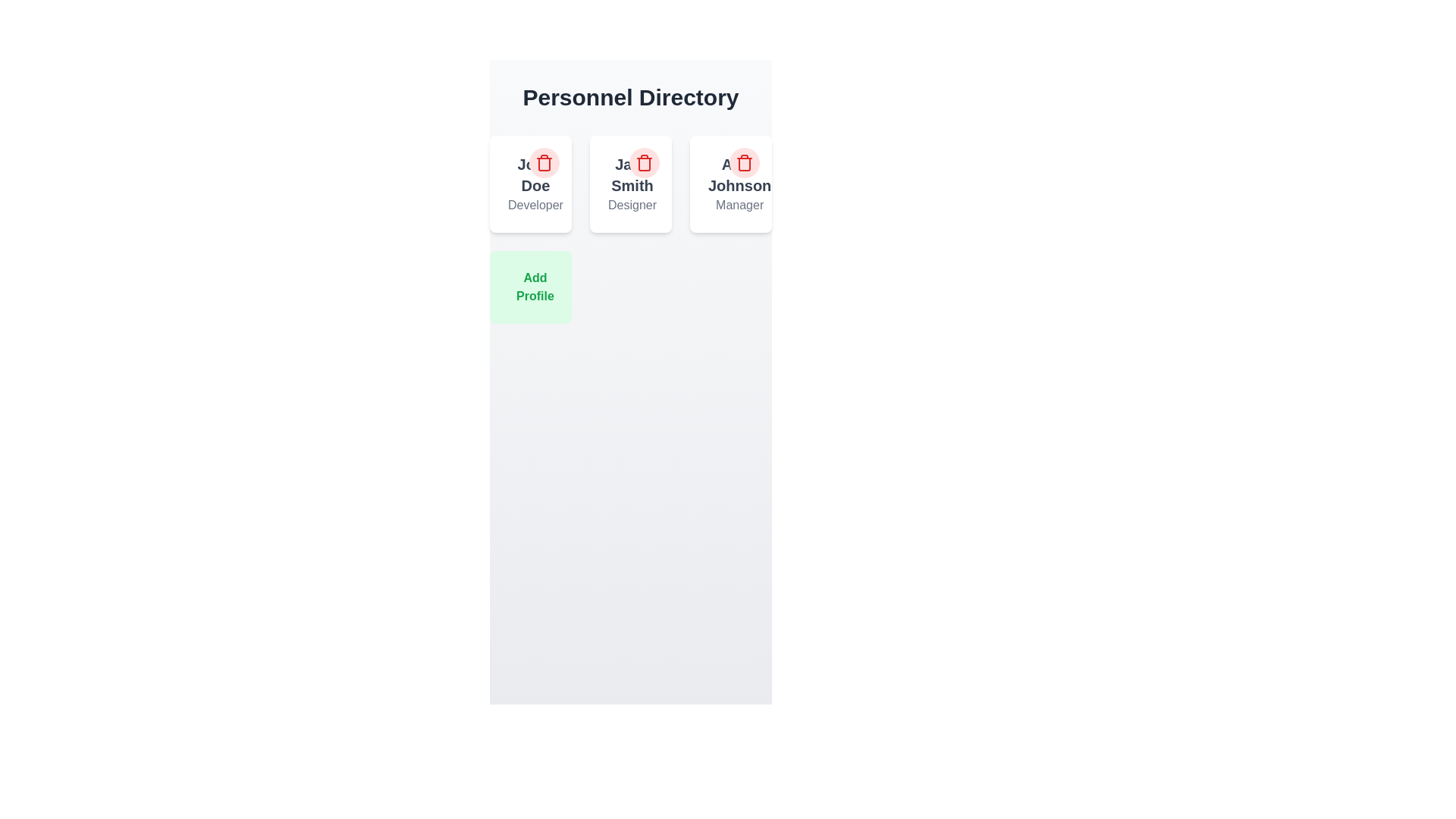 This screenshot has width=1456, height=819. I want to click on the delete icon button located at the top-right corner of the 'A Johnson Manager' profile card, so click(745, 163).